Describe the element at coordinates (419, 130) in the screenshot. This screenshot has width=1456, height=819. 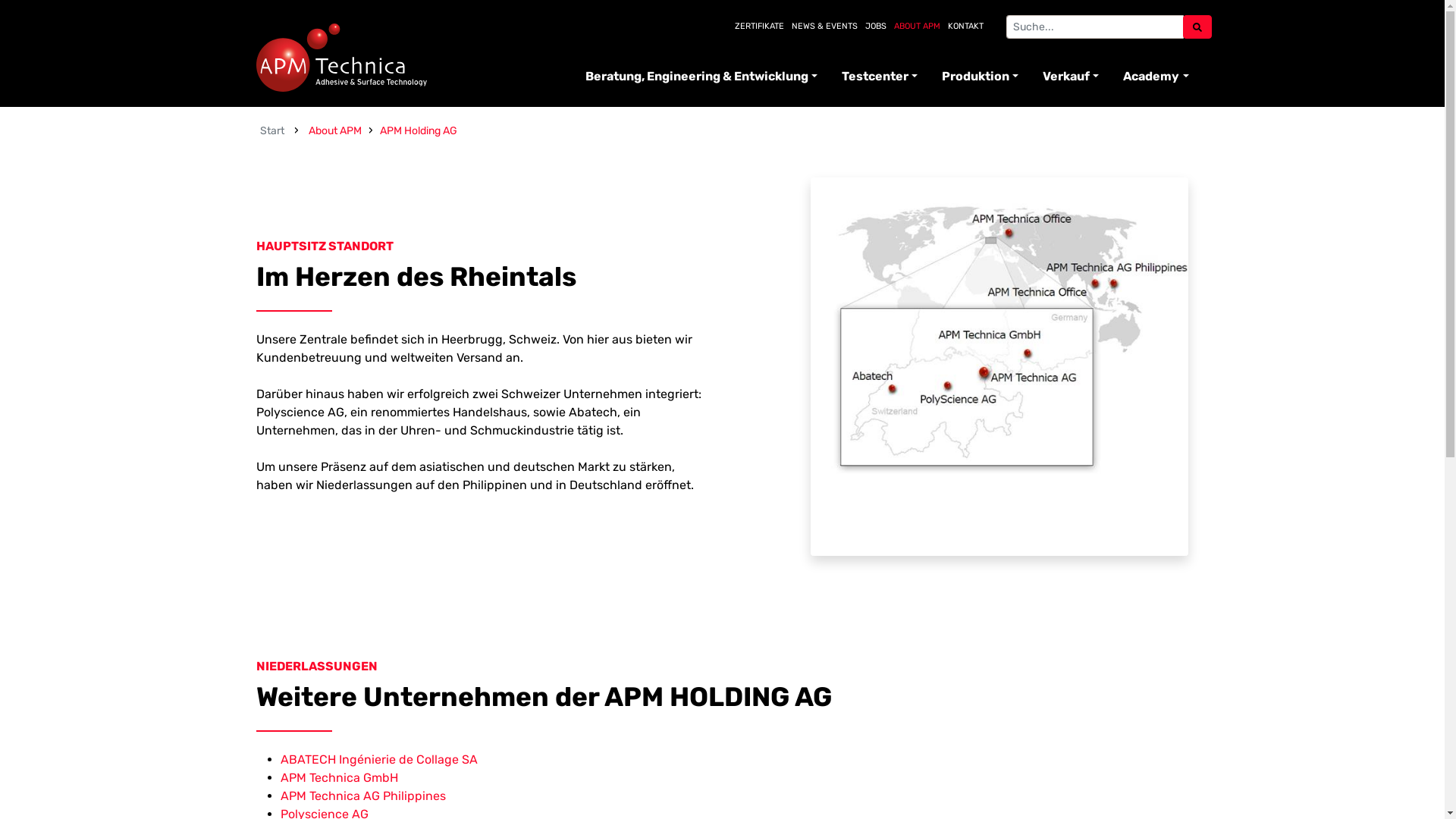
I see `'APM Holding AG'` at that location.